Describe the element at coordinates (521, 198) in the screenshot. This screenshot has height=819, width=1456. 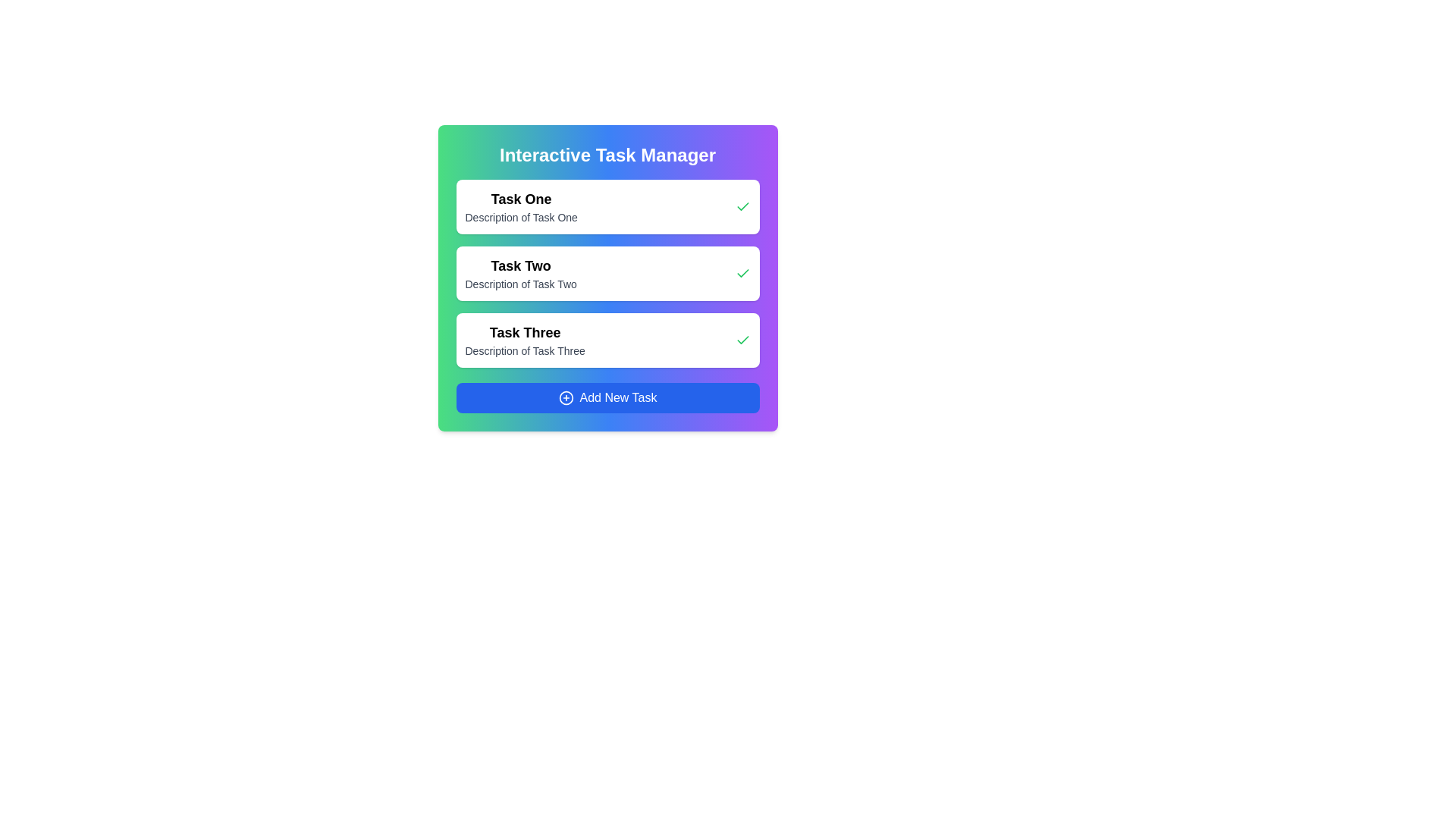
I see `the static text label that identifies 'Task One' located near the top left of the card in the 'Interactive Task Manager'` at that location.